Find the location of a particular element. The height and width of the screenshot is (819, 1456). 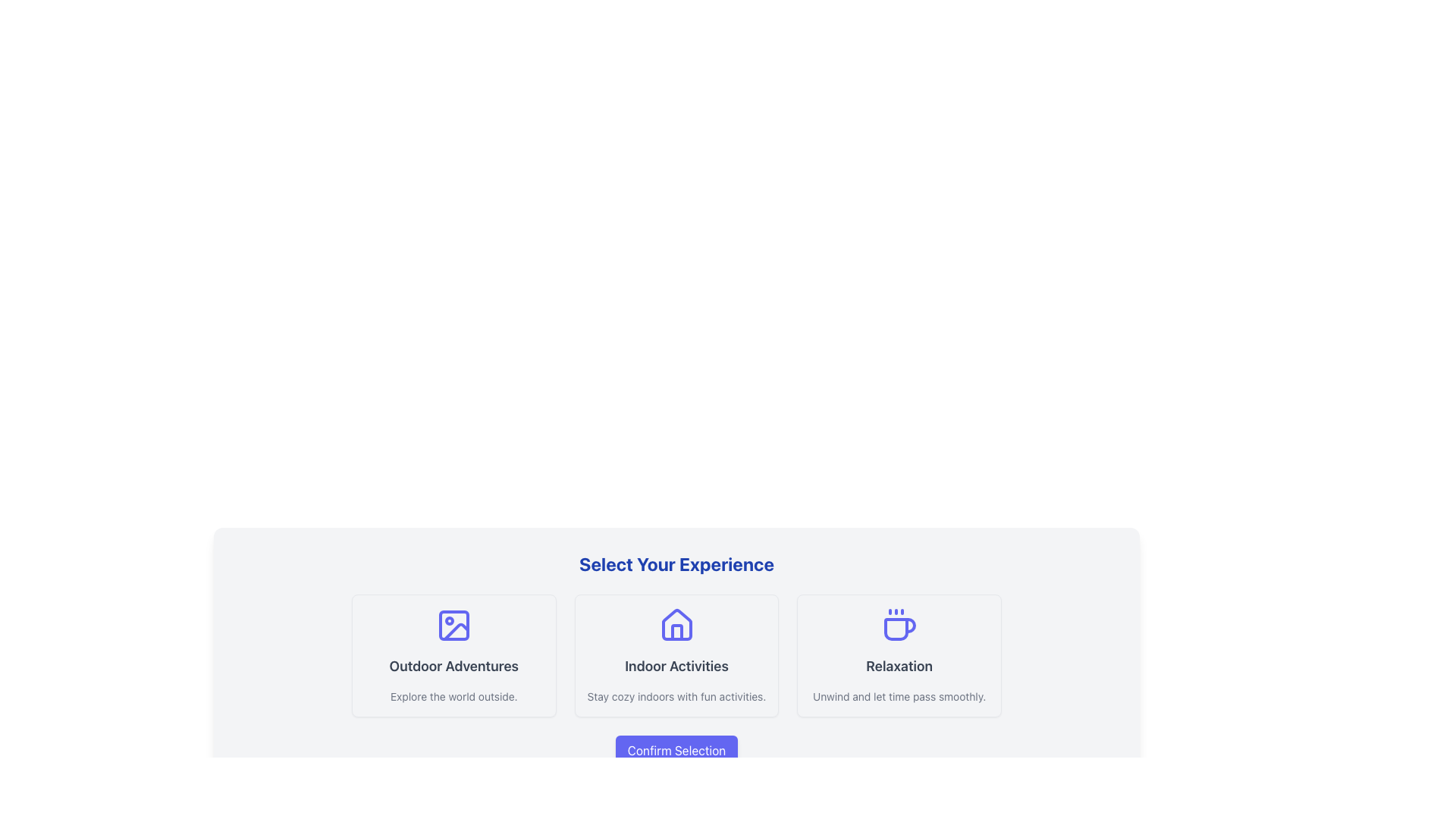

descriptive text 'Explore the world outside.' which is styled in gray and positioned under the heading 'Outdoor Adventures' is located at coordinates (453, 696).